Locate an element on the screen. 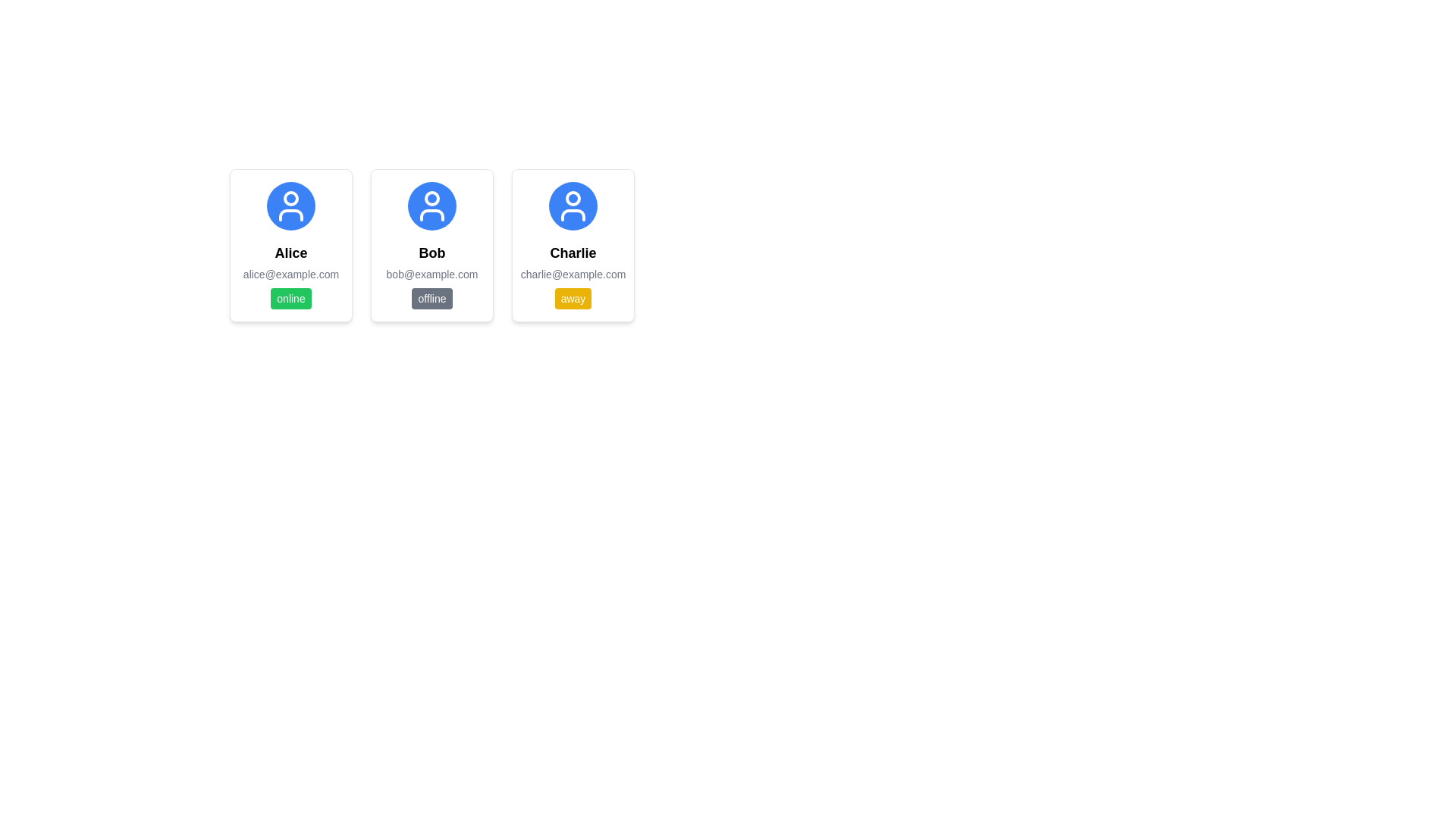 This screenshot has width=1456, height=819. the icon button that serves as a visual representation for user-related content, located centrally above the text 'Bob' in the UI card is located at coordinates (431, 206).